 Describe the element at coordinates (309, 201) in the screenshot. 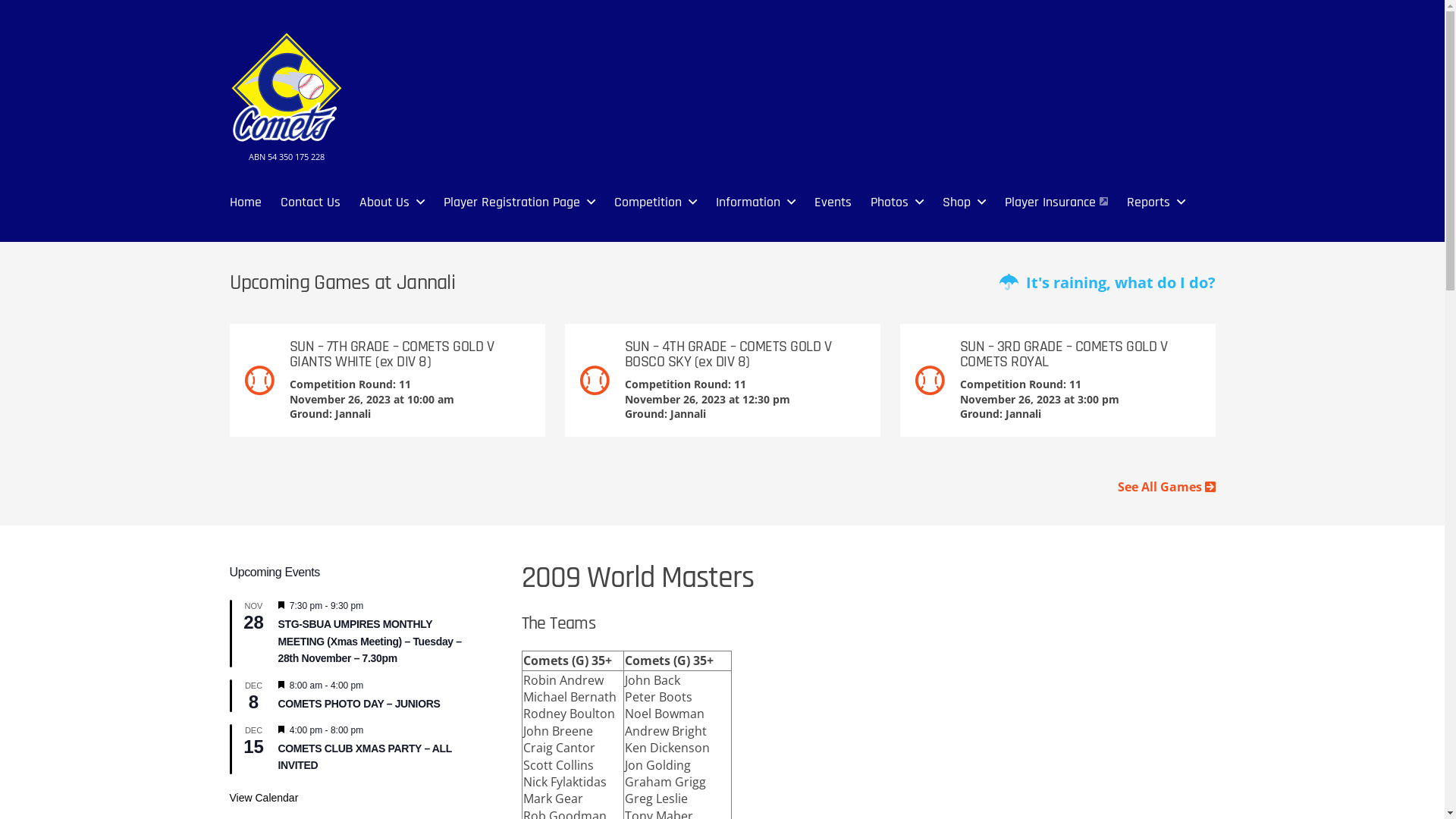

I see `'Contact Us'` at that location.